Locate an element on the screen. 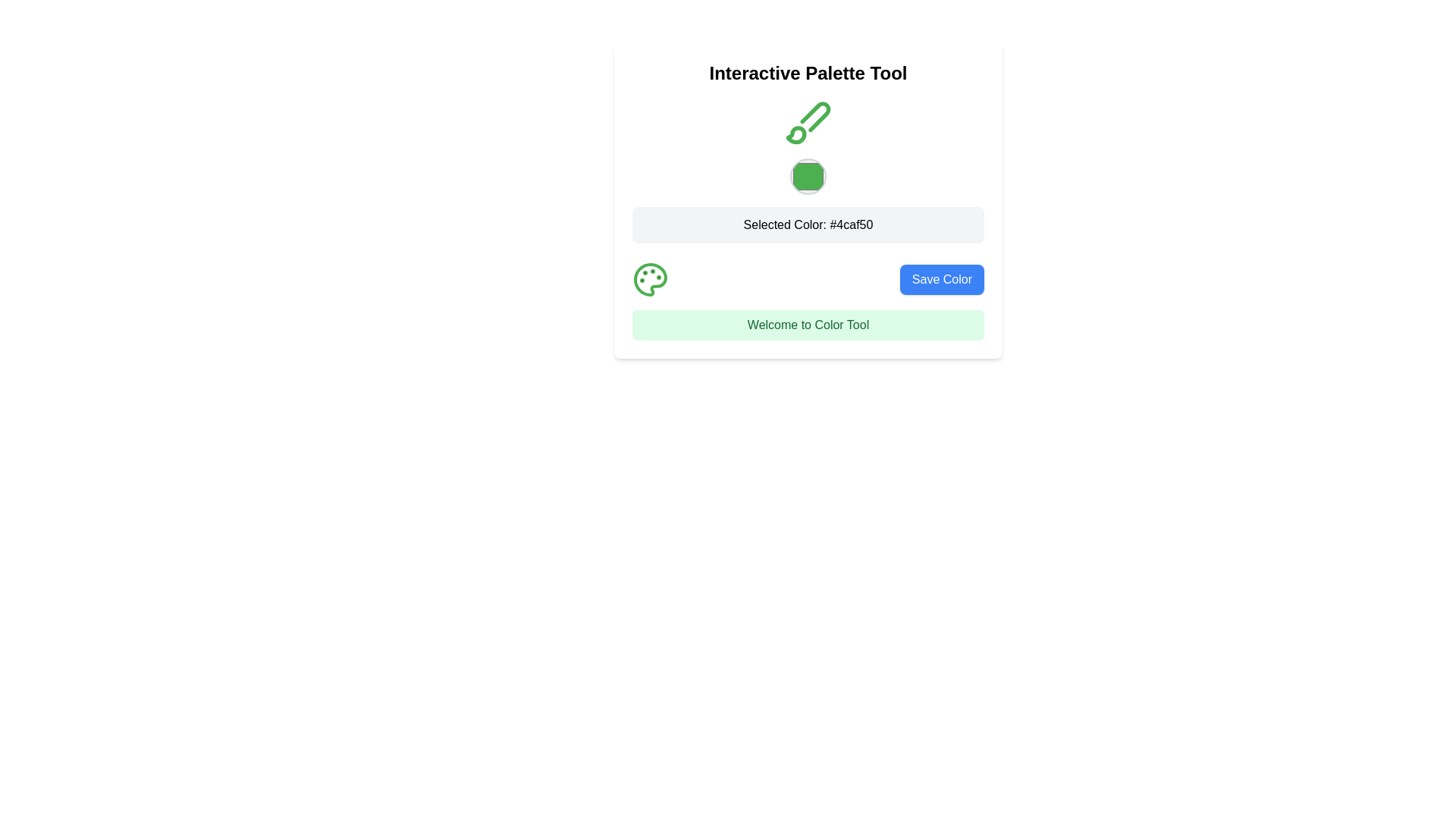 The height and width of the screenshot is (819, 1456). the text display element that shows the message 'Selected Color: #4caf50', which is located centrally below the green circular color selector is located at coordinates (807, 225).